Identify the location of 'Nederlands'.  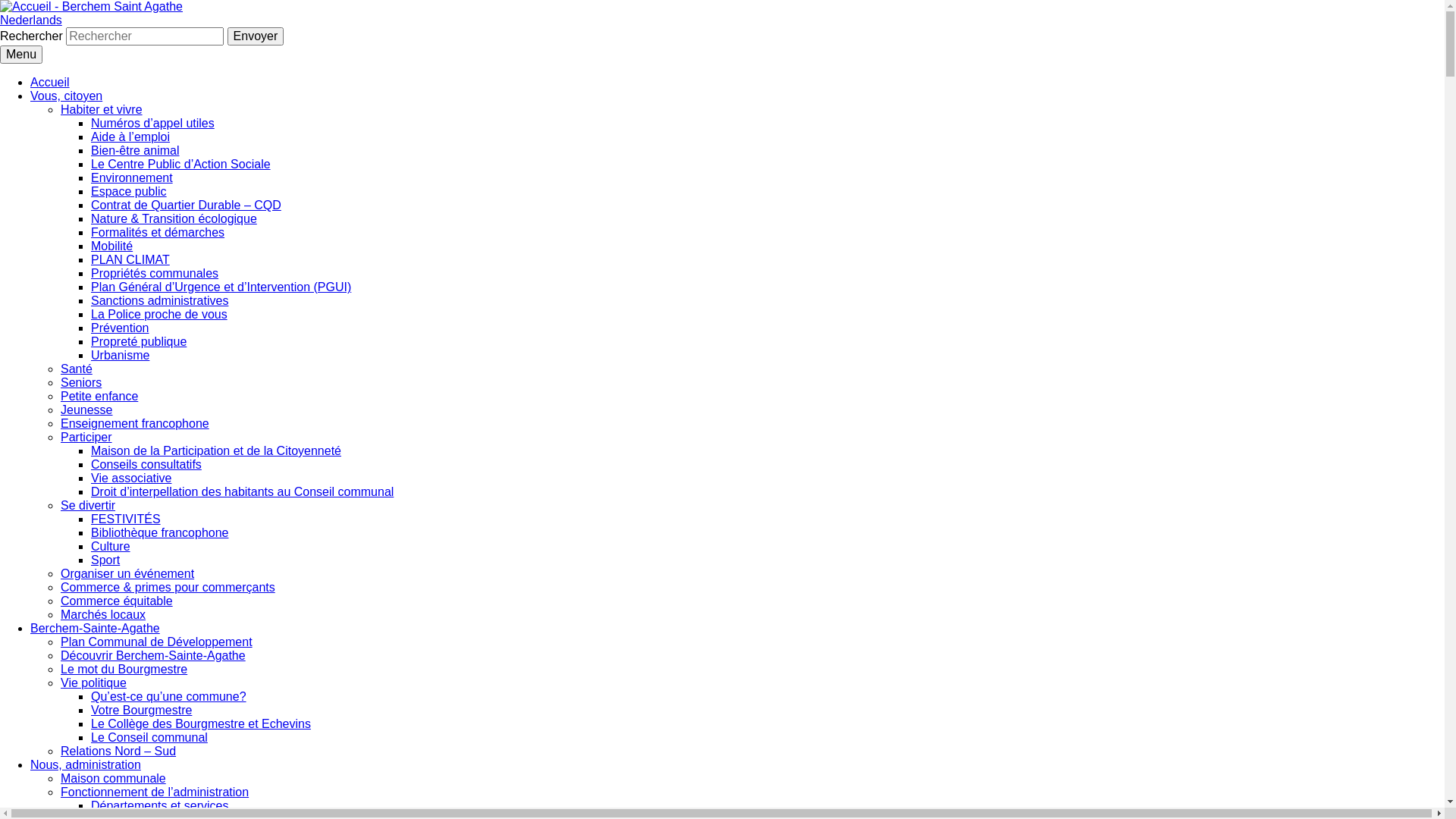
(31, 20).